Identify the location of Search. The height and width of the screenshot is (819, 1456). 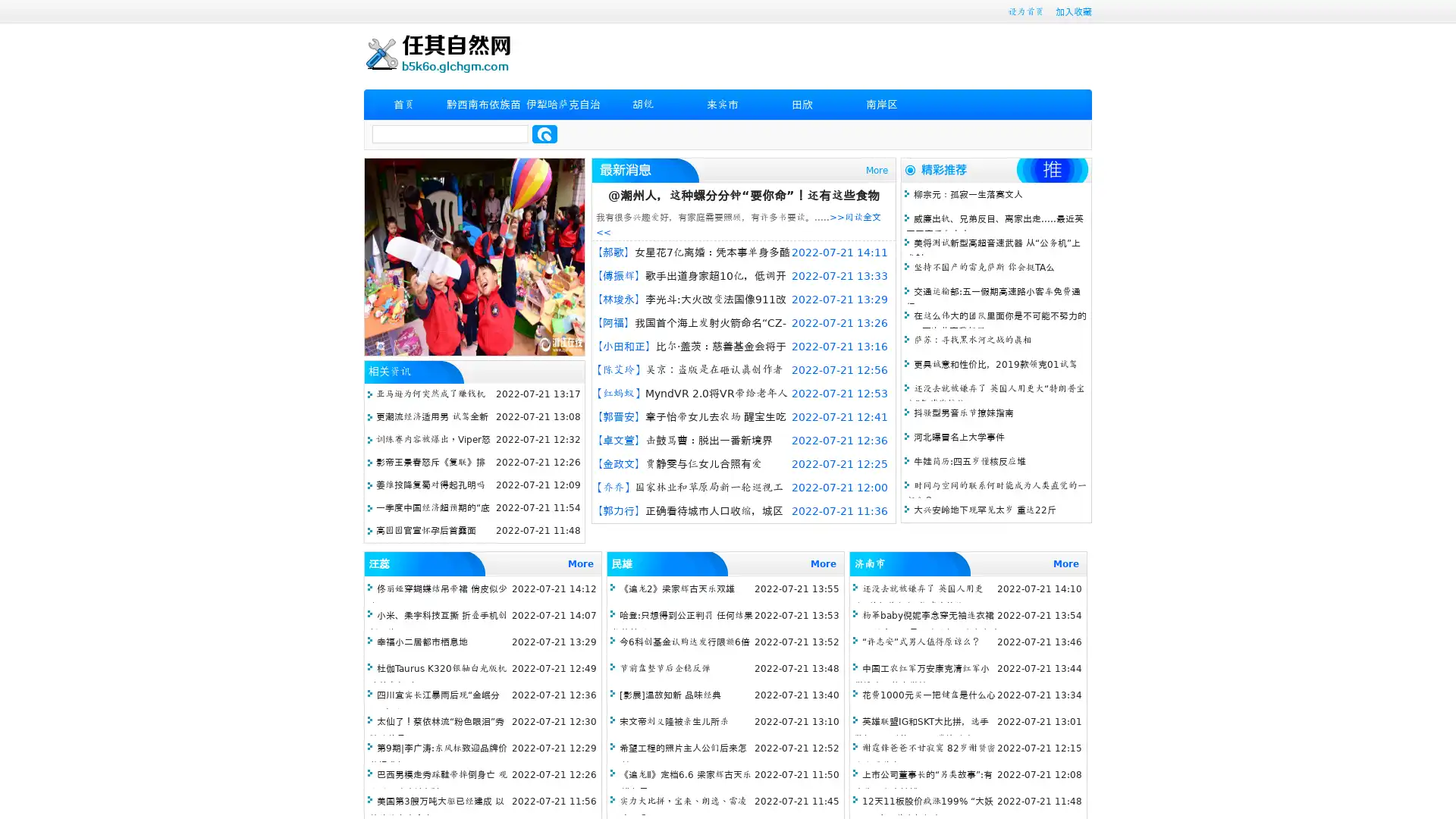
(544, 133).